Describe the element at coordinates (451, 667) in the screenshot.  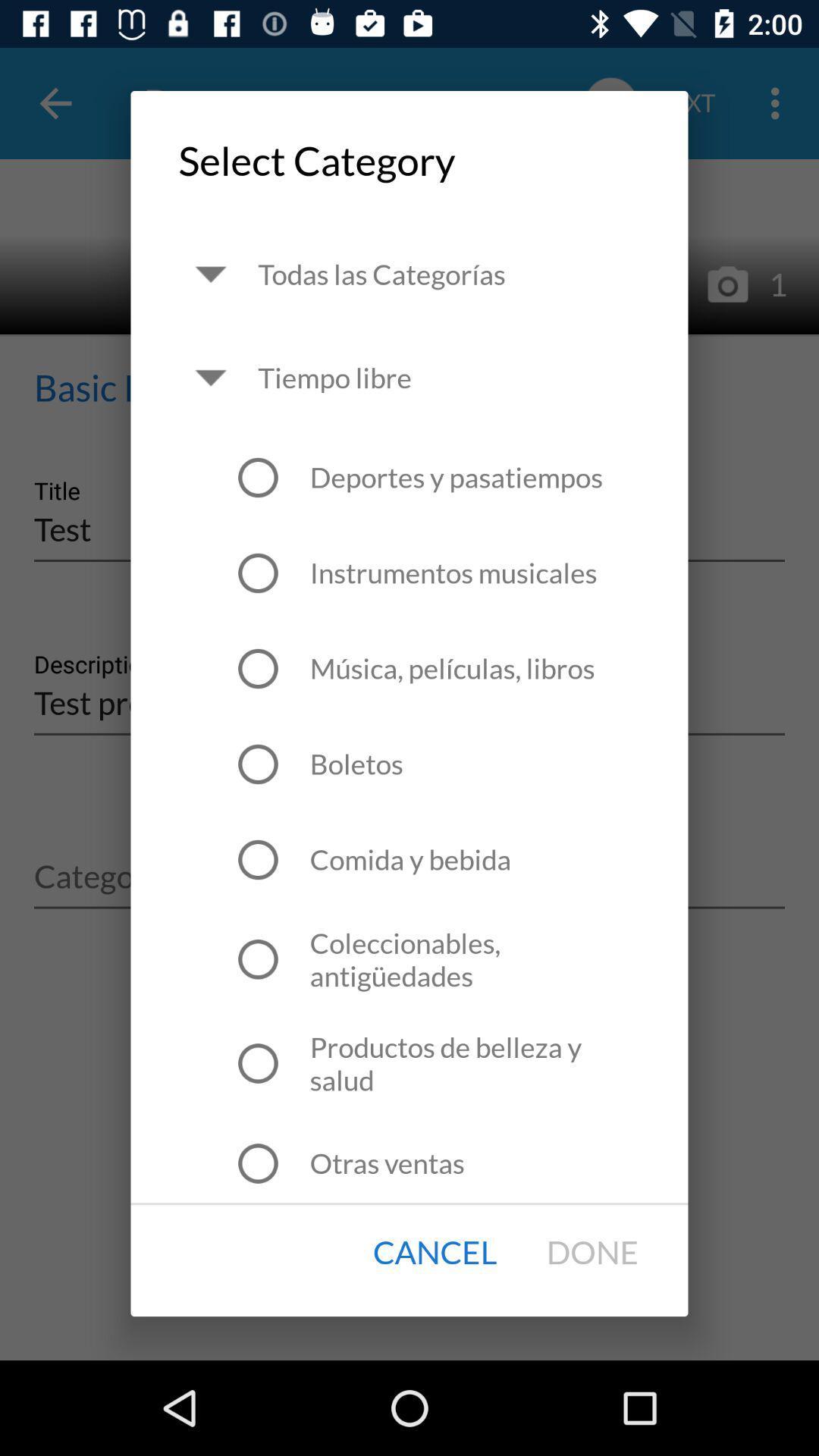
I see `the icon above the boletos item` at that location.